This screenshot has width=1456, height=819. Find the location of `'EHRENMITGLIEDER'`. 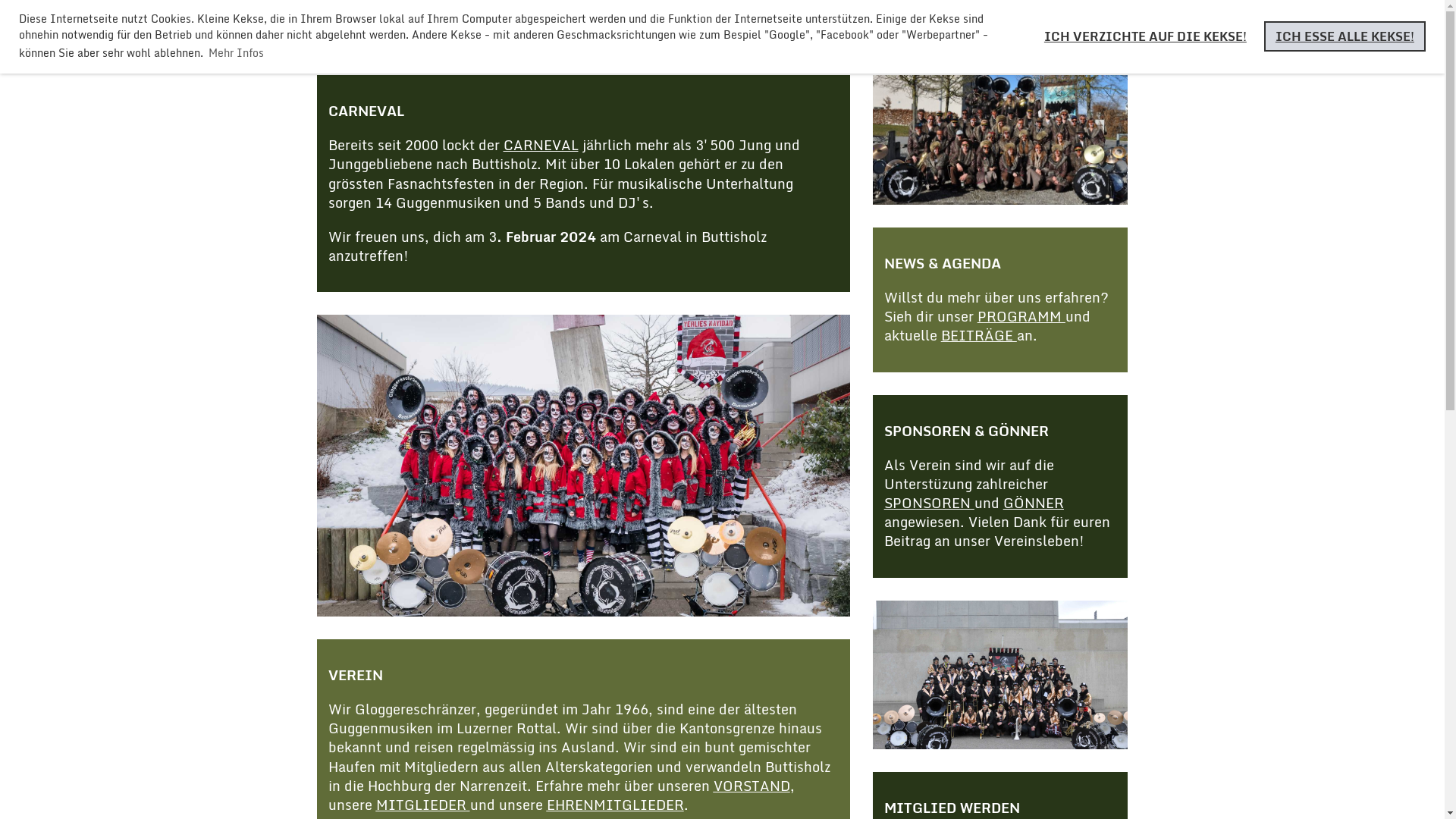

'EHRENMITGLIEDER' is located at coordinates (614, 803).